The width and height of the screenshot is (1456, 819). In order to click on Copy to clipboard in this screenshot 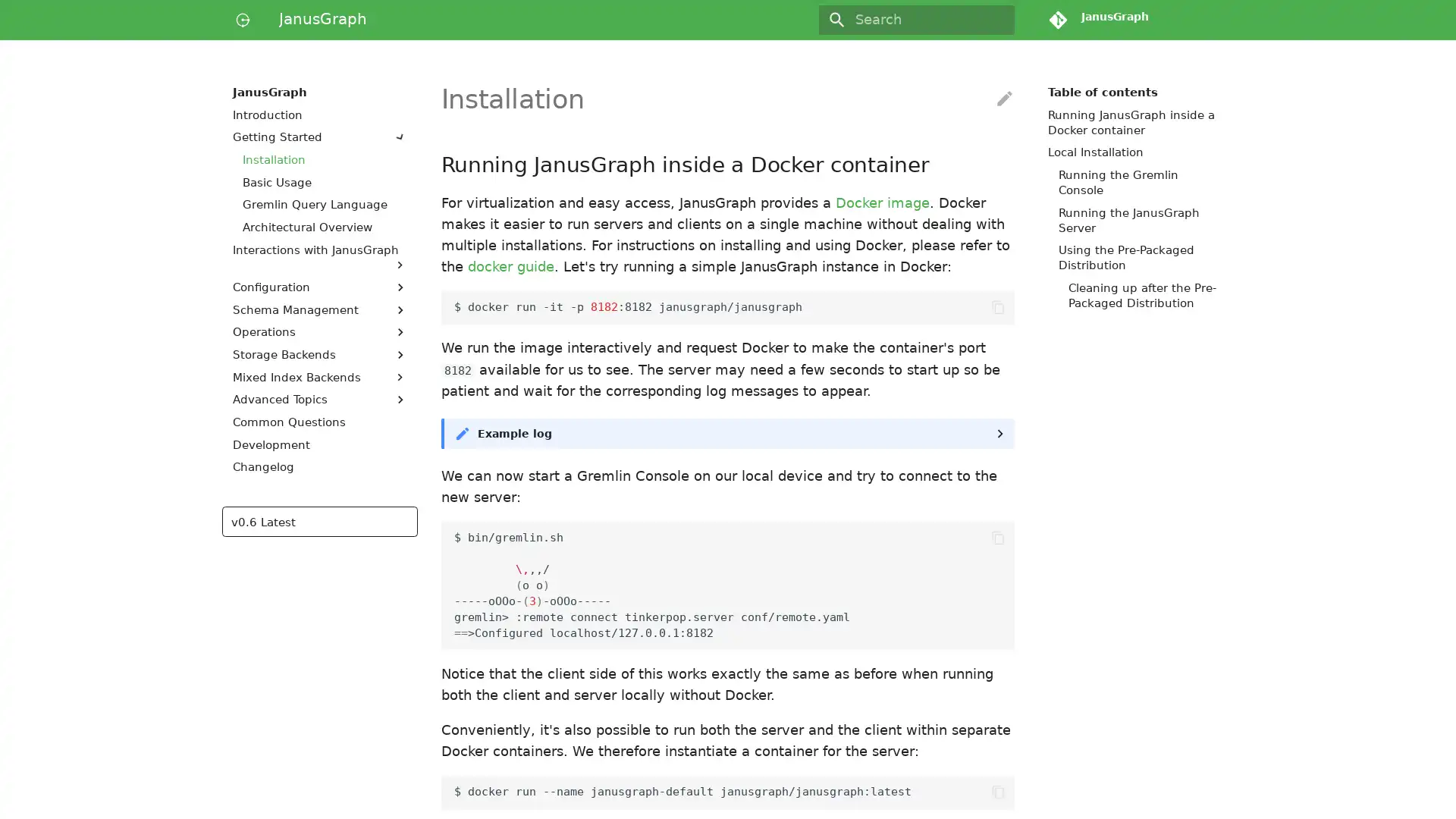, I will do `click(997, 537)`.